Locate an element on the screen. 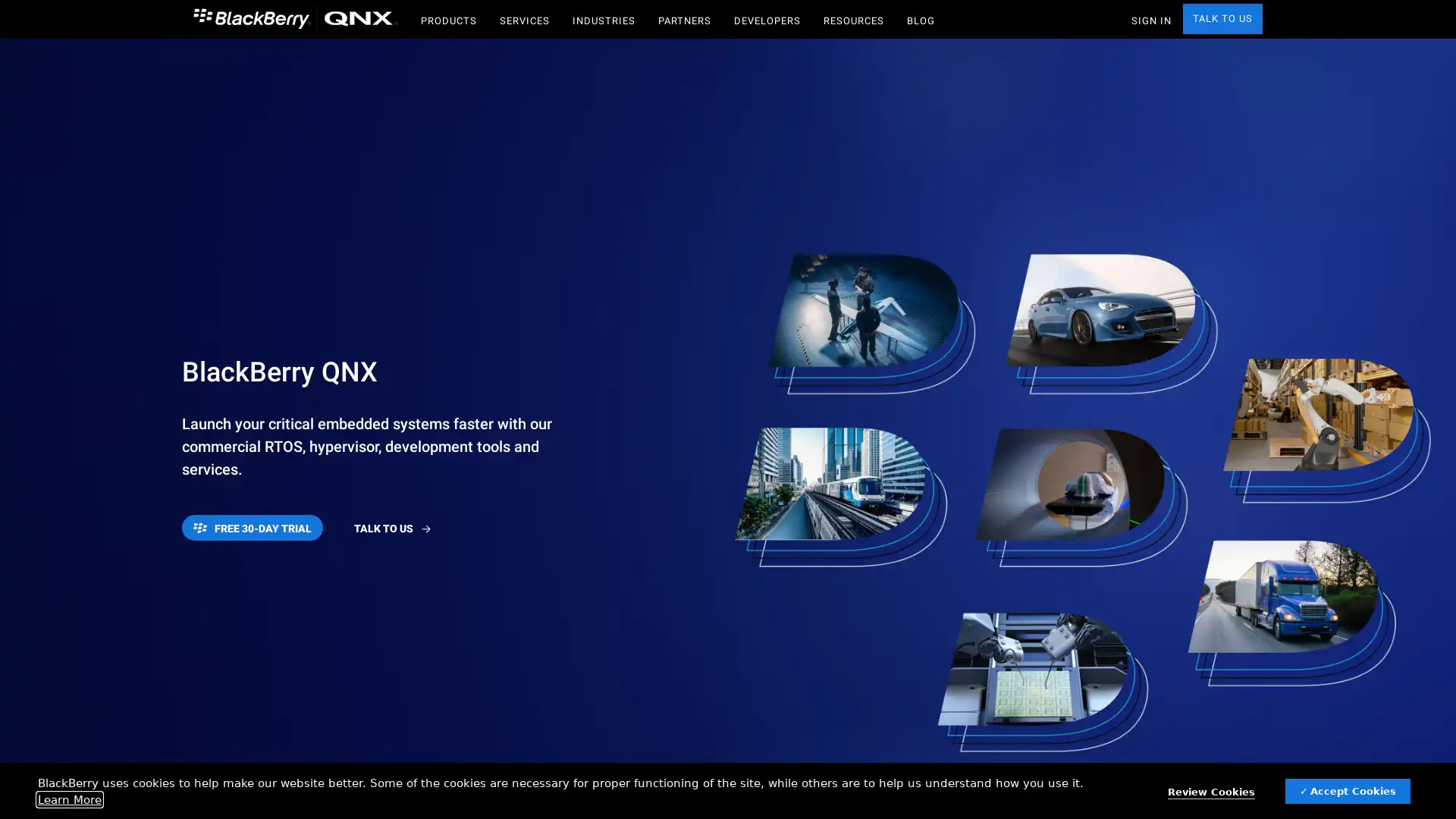 The width and height of the screenshot is (1456, 819). Review Cookies is located at coordinates (1210, 792).